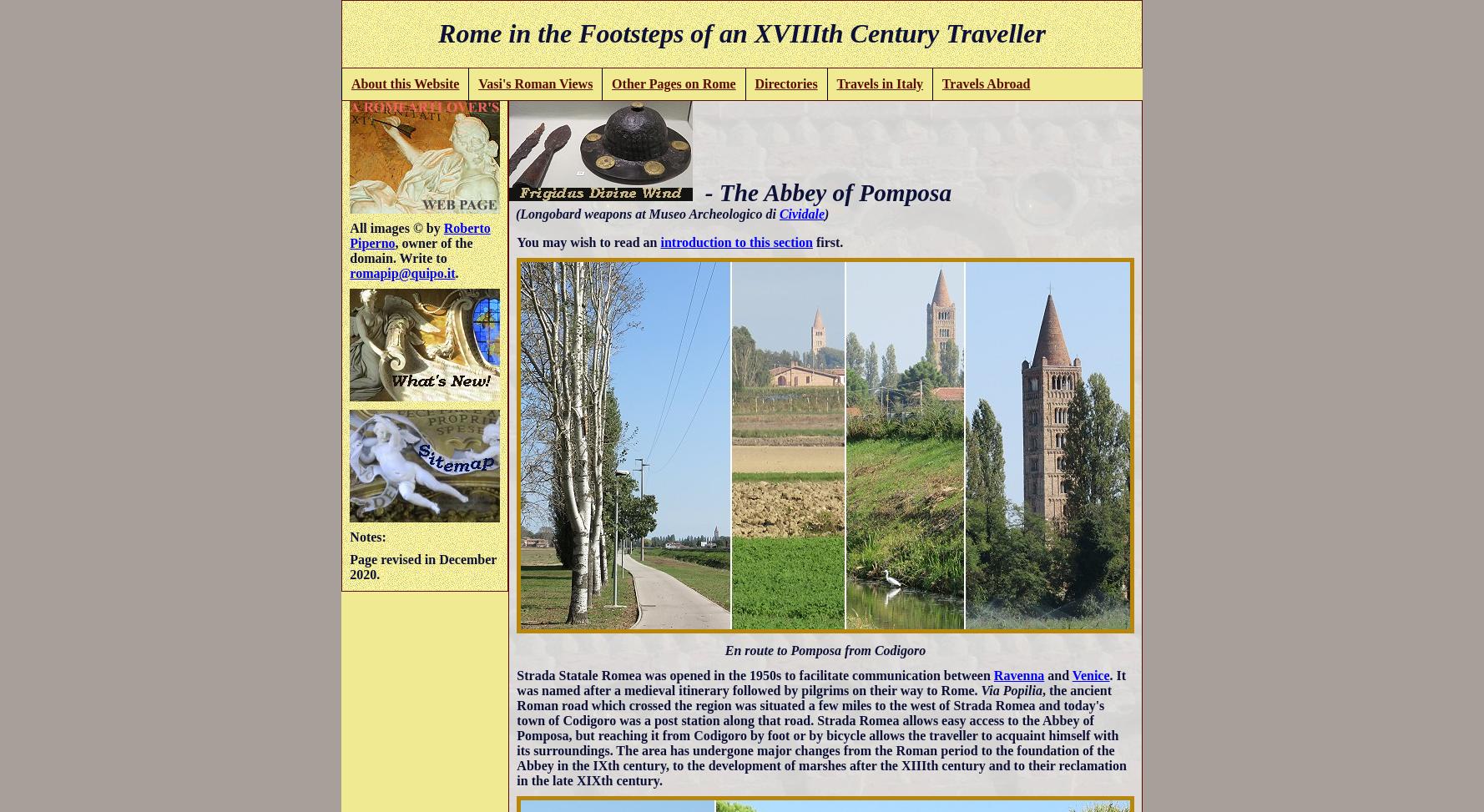  I want to click on ', owner of the domain.  
Write to', so click(410, 250).